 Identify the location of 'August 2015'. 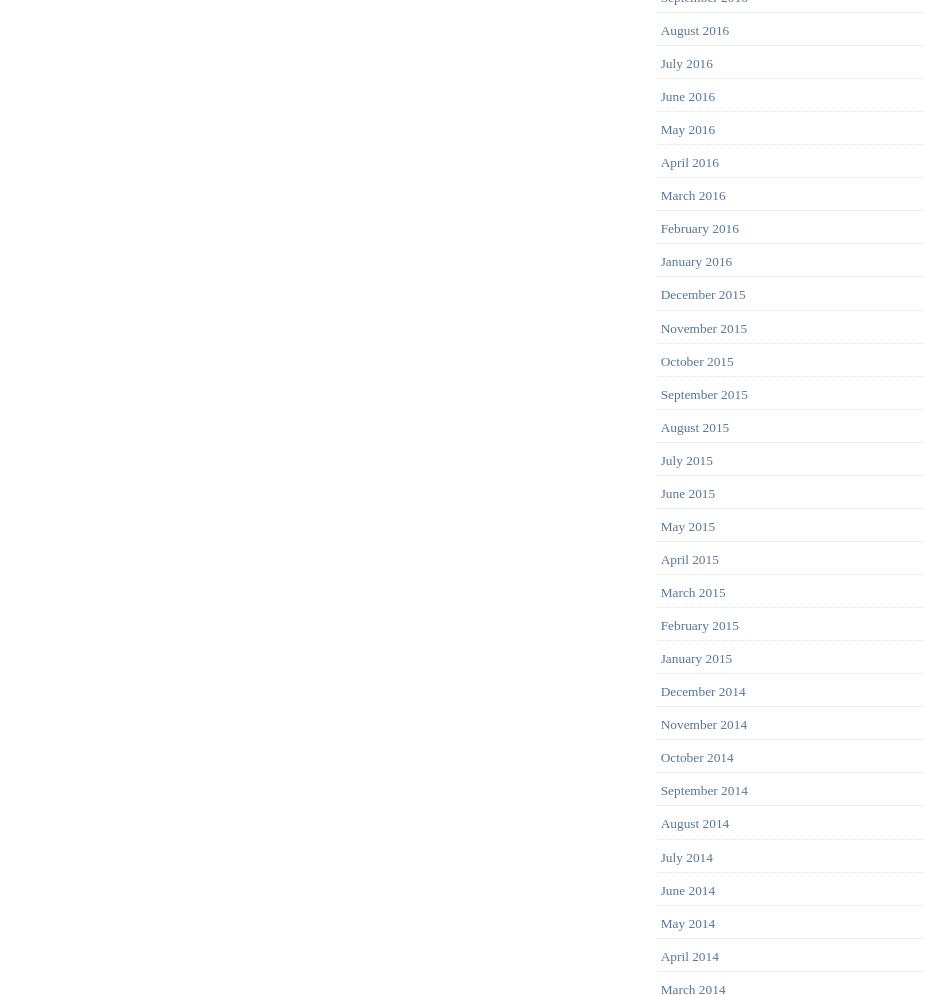
(660, 425).